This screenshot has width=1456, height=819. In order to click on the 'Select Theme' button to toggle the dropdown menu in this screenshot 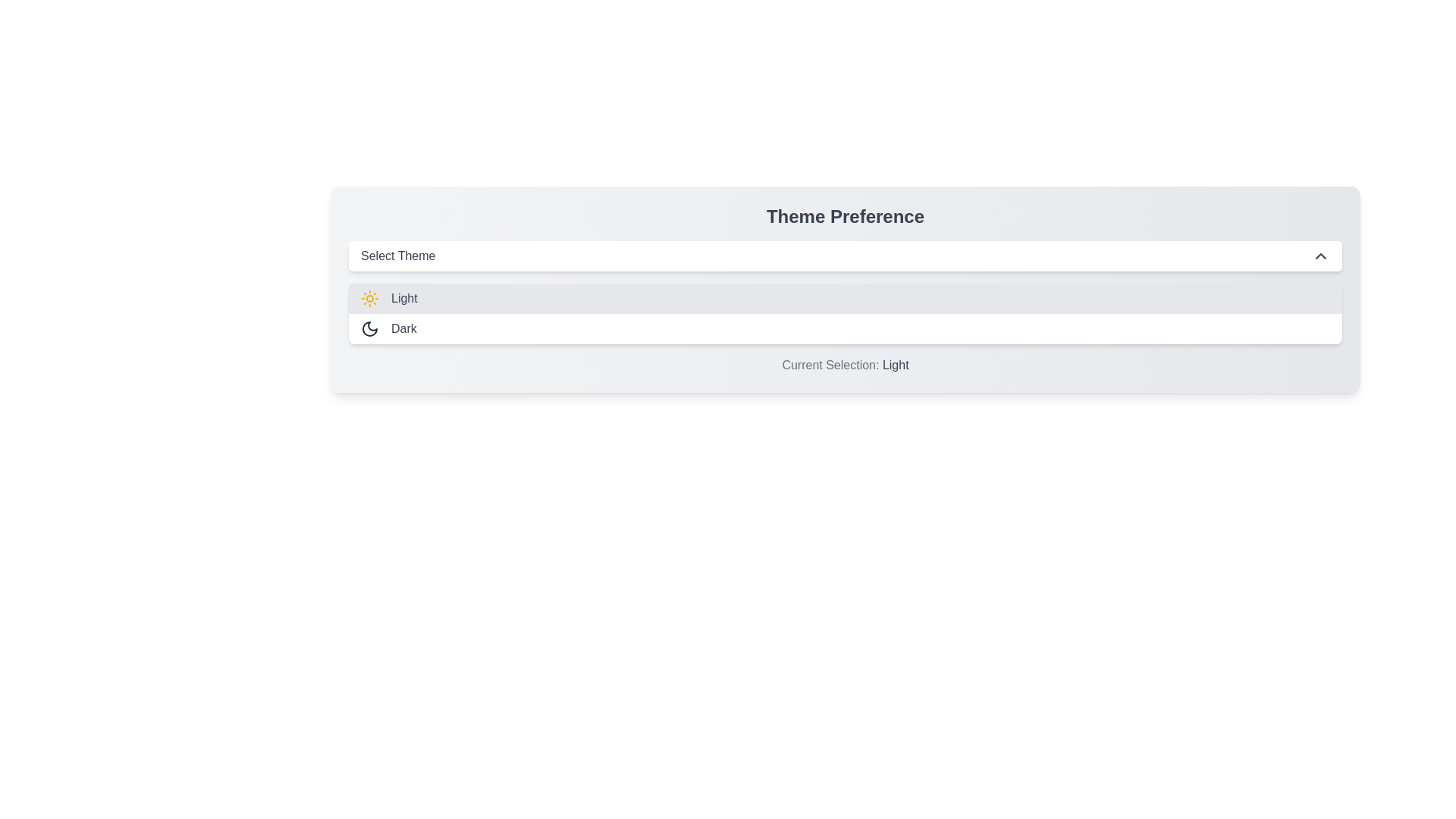, I will do `click(844, 256)`.